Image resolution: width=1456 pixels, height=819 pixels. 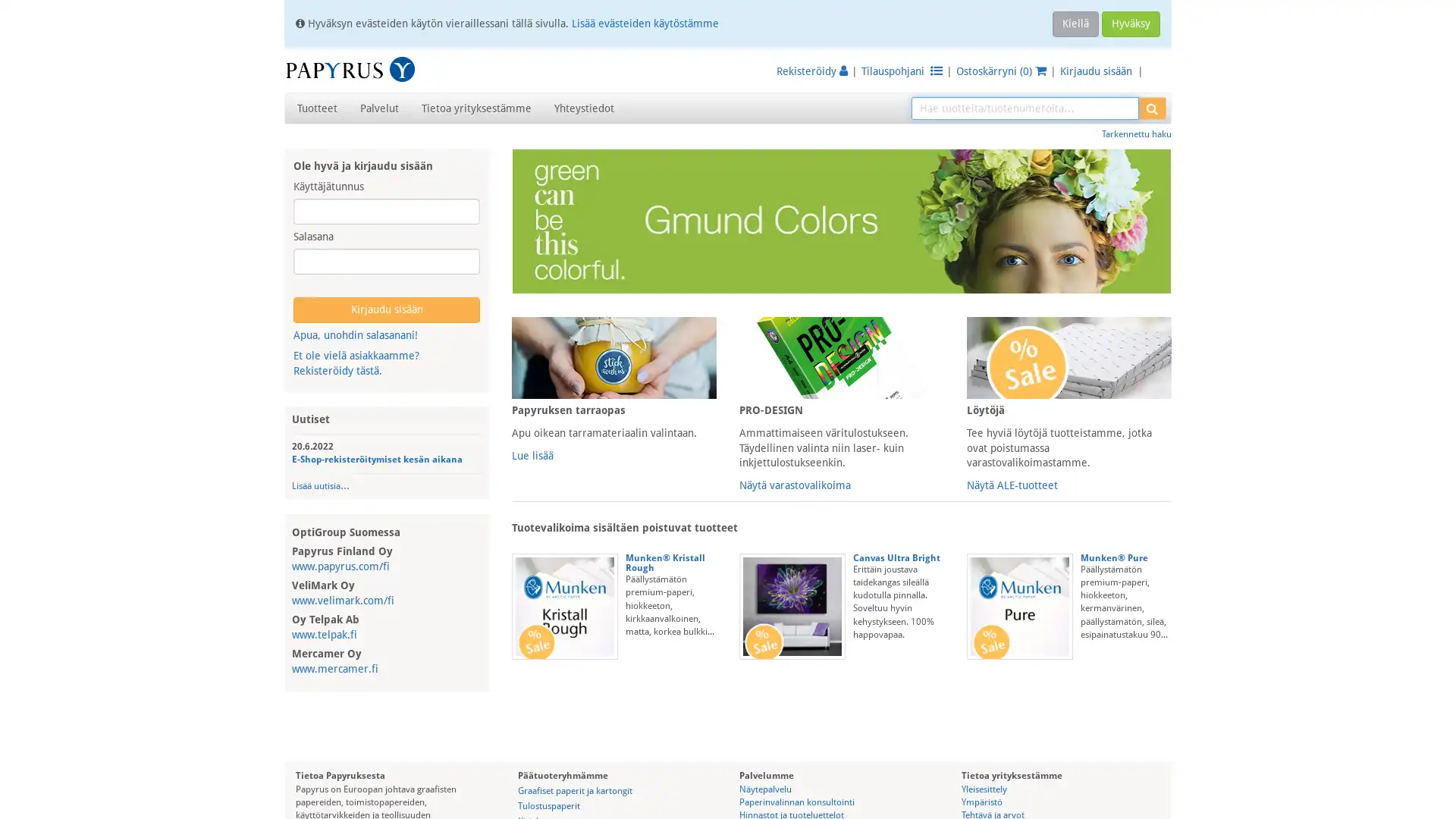 What do you see at coordinates (1075, 24) in the screenshot?
I see `Kiella` at bounding box center [1075, 24].